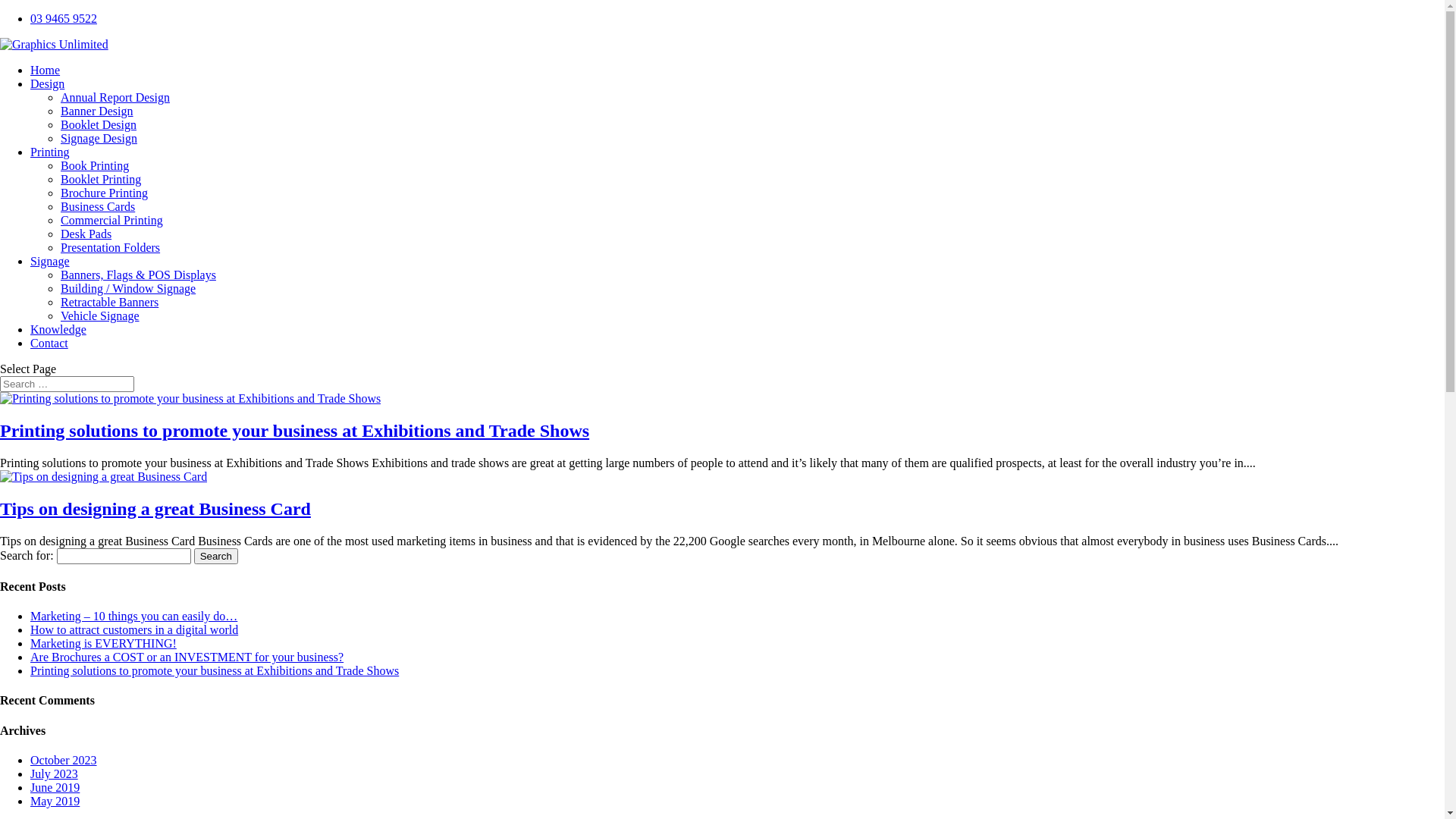  I want to click on 'Design', so click(47, 83).